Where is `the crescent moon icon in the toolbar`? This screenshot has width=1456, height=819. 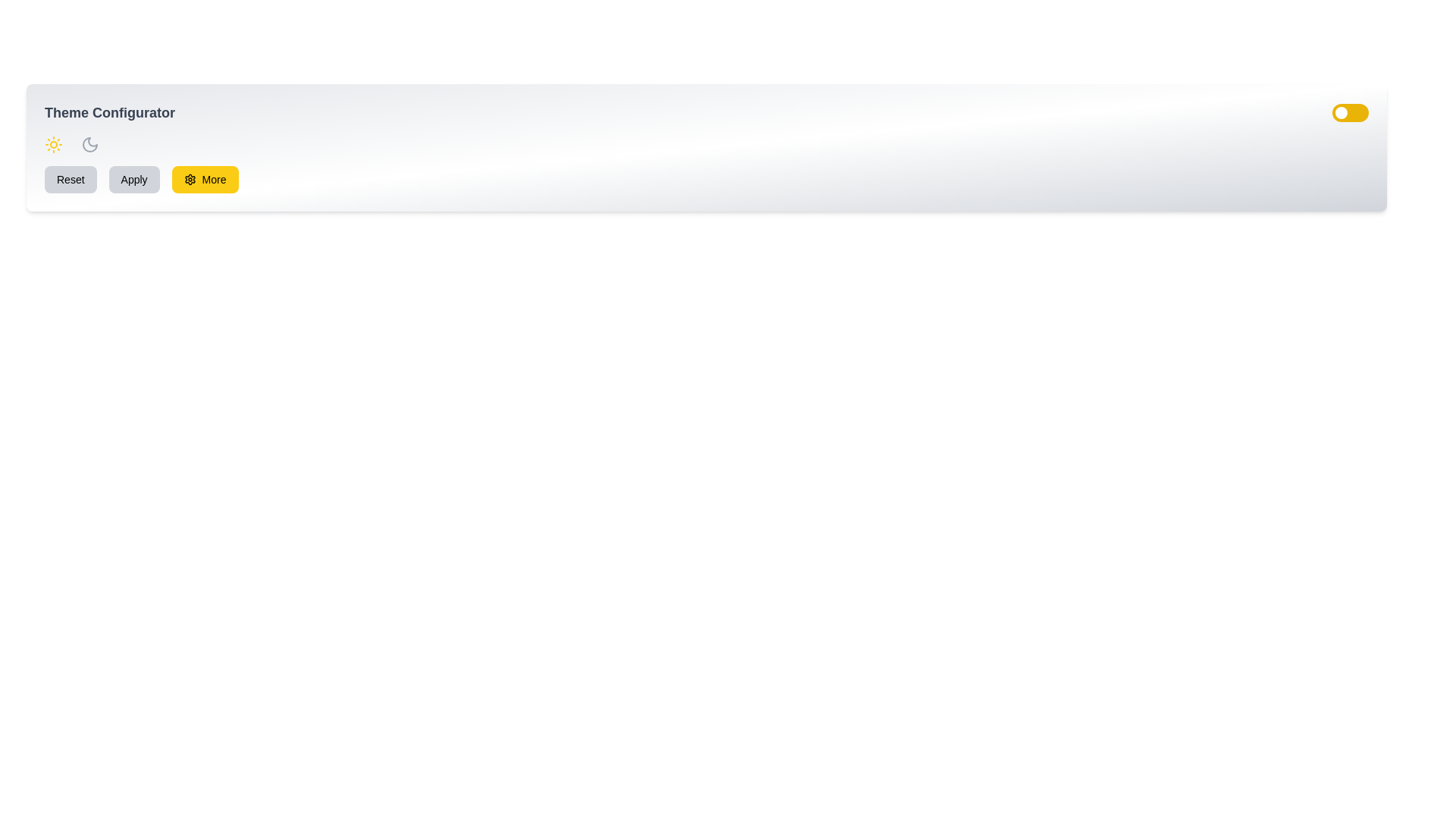 the crescent moon icon in the toolbar is located at coordinates (89, 145).